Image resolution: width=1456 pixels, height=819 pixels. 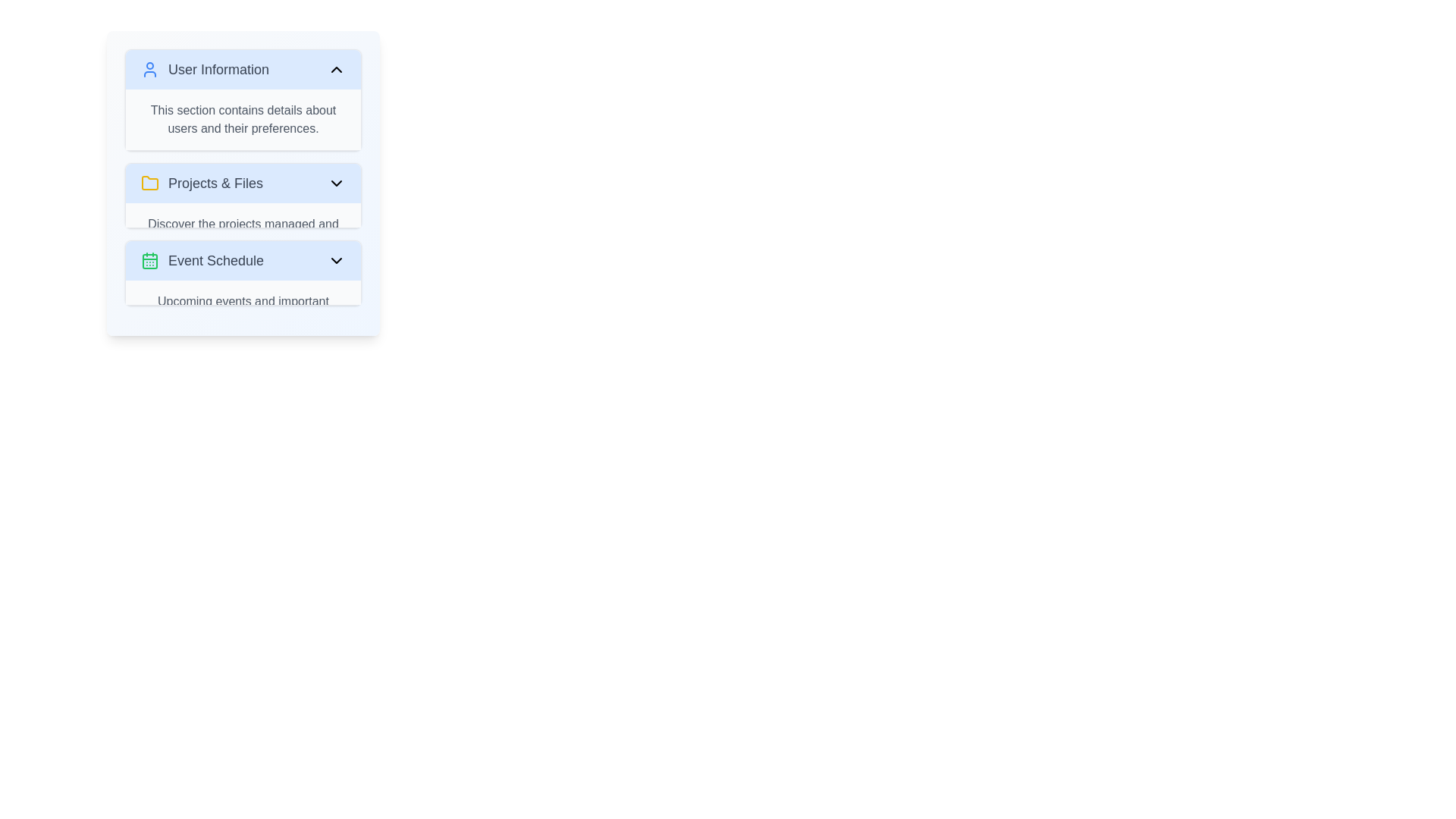 I want to click on the 'Event Schedule' text label, which is the third section in a vertical menu layout, located adjacent to a calendar icon, so click(x=215, y=259).